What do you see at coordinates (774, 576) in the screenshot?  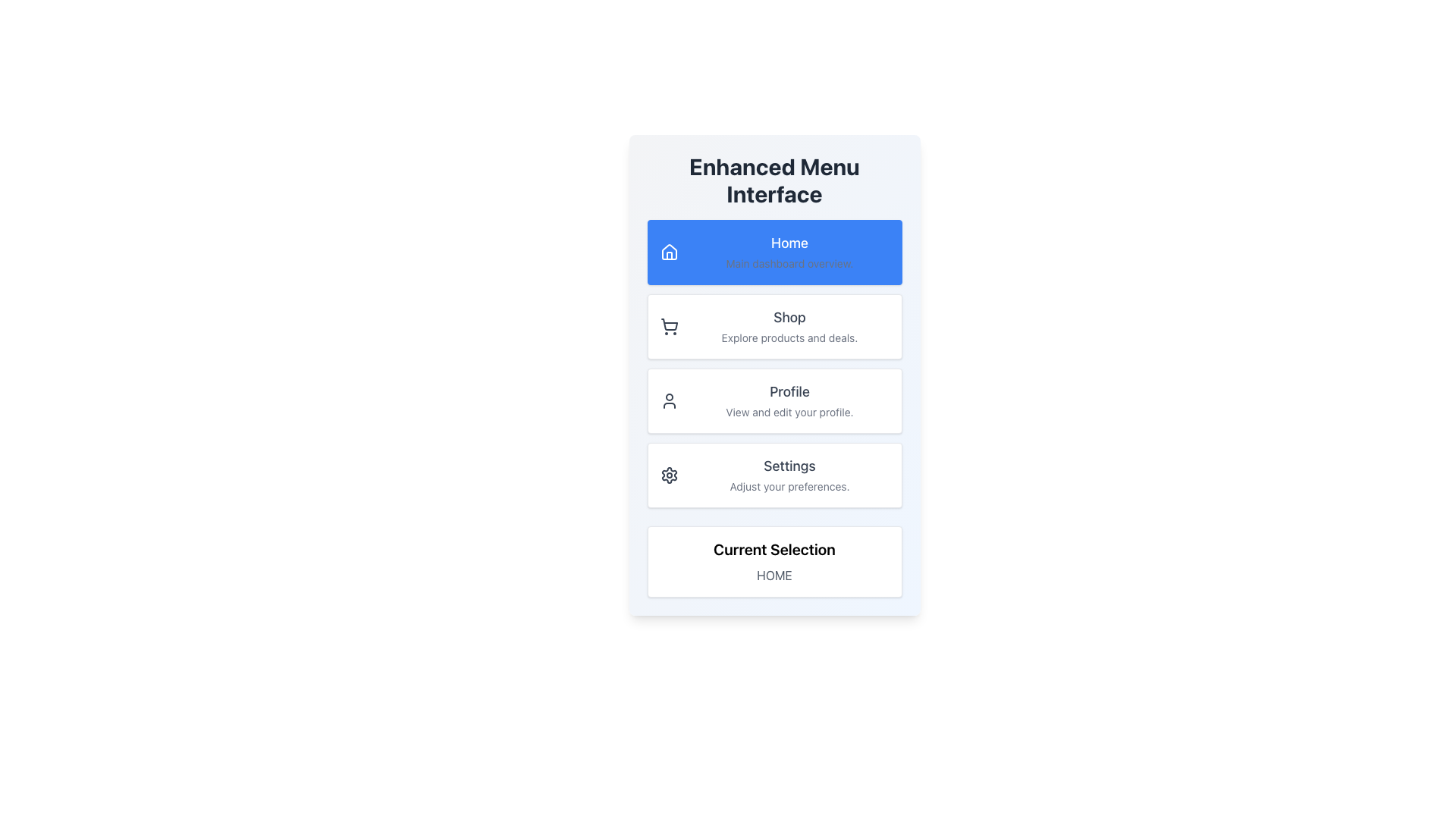 I see `text content of the element displaying the currently selected menu item, located just below the text titled 'Current Selection'` at bounding box center [774, 576].